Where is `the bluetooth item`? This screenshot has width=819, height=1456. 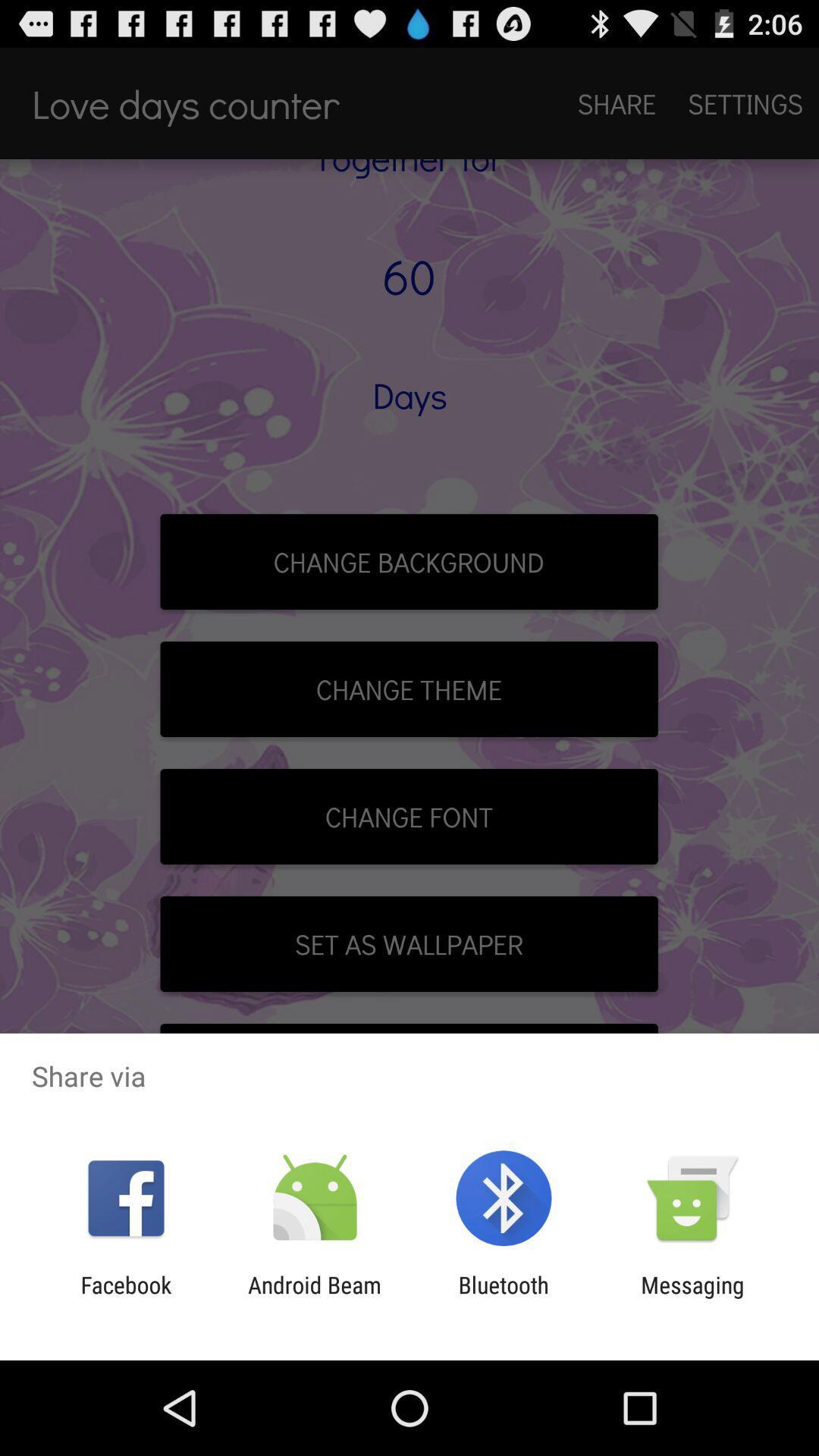 the bluetooth item is located at coordinates (504, 1298).